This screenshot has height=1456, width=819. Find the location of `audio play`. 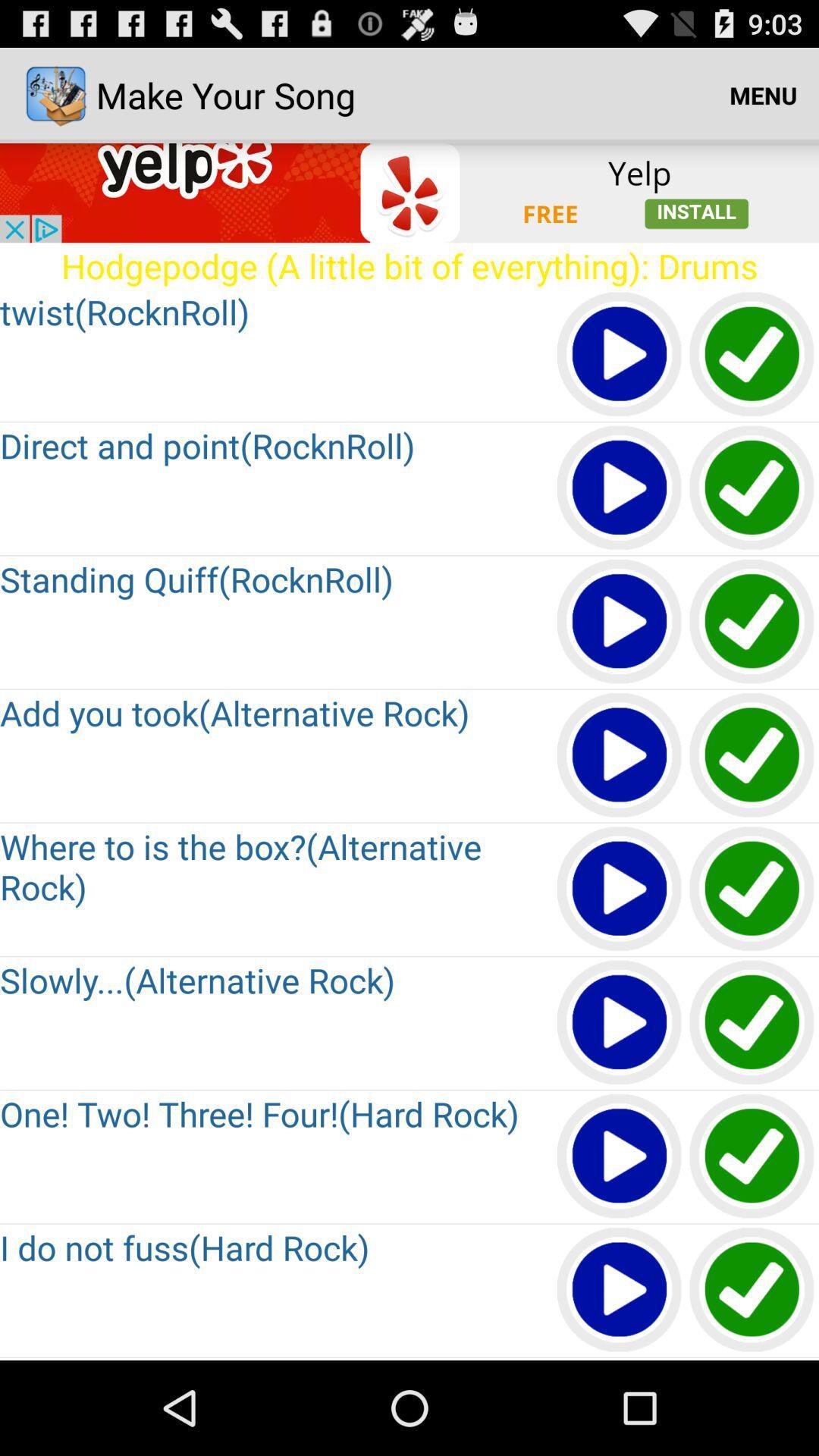

audio play is located at coordinates (620, 1156).